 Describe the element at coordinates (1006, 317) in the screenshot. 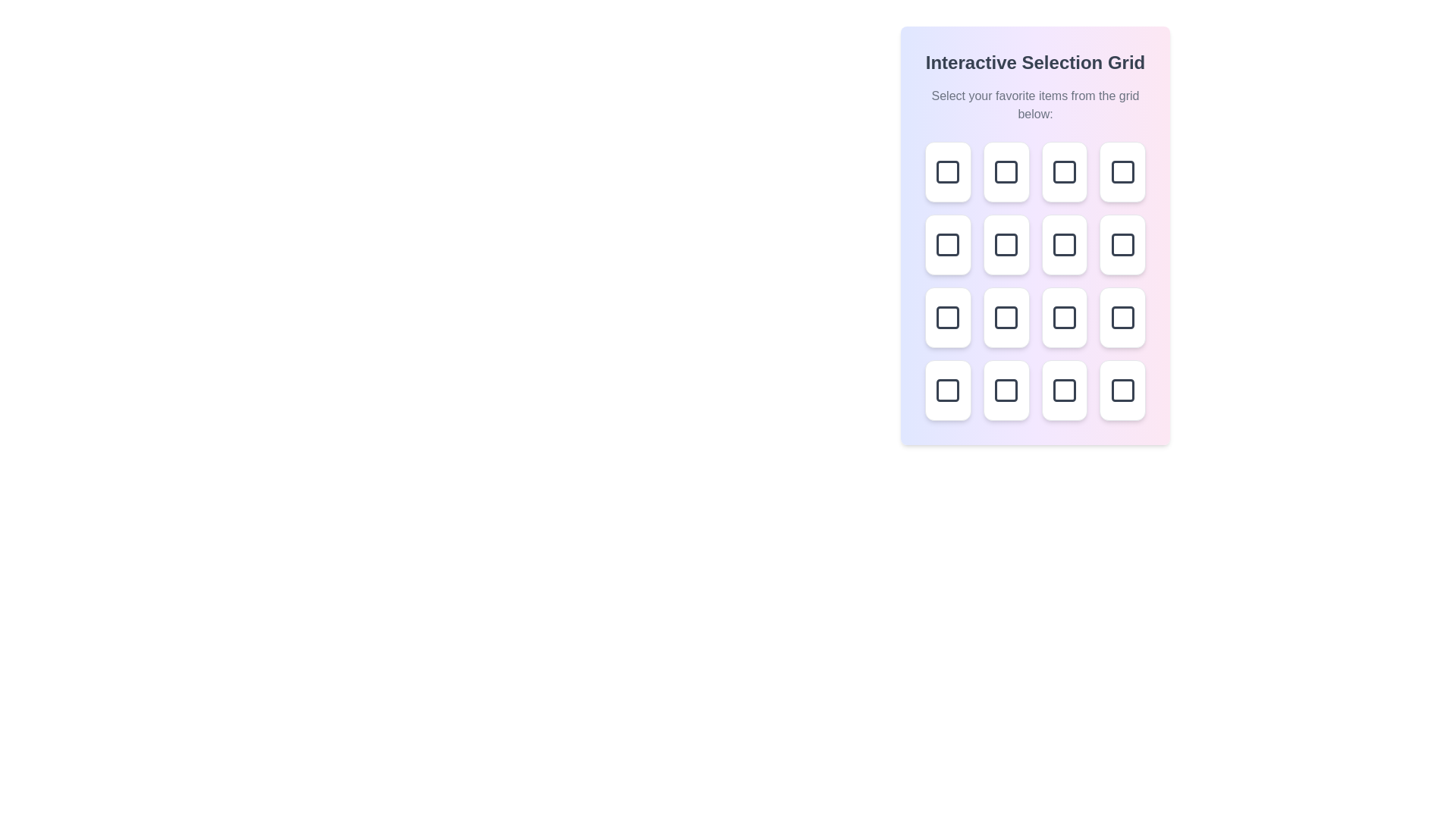

I see `the square button with a white background and dark gray border located in the third row and second column to change its background color to light purple` at that location.